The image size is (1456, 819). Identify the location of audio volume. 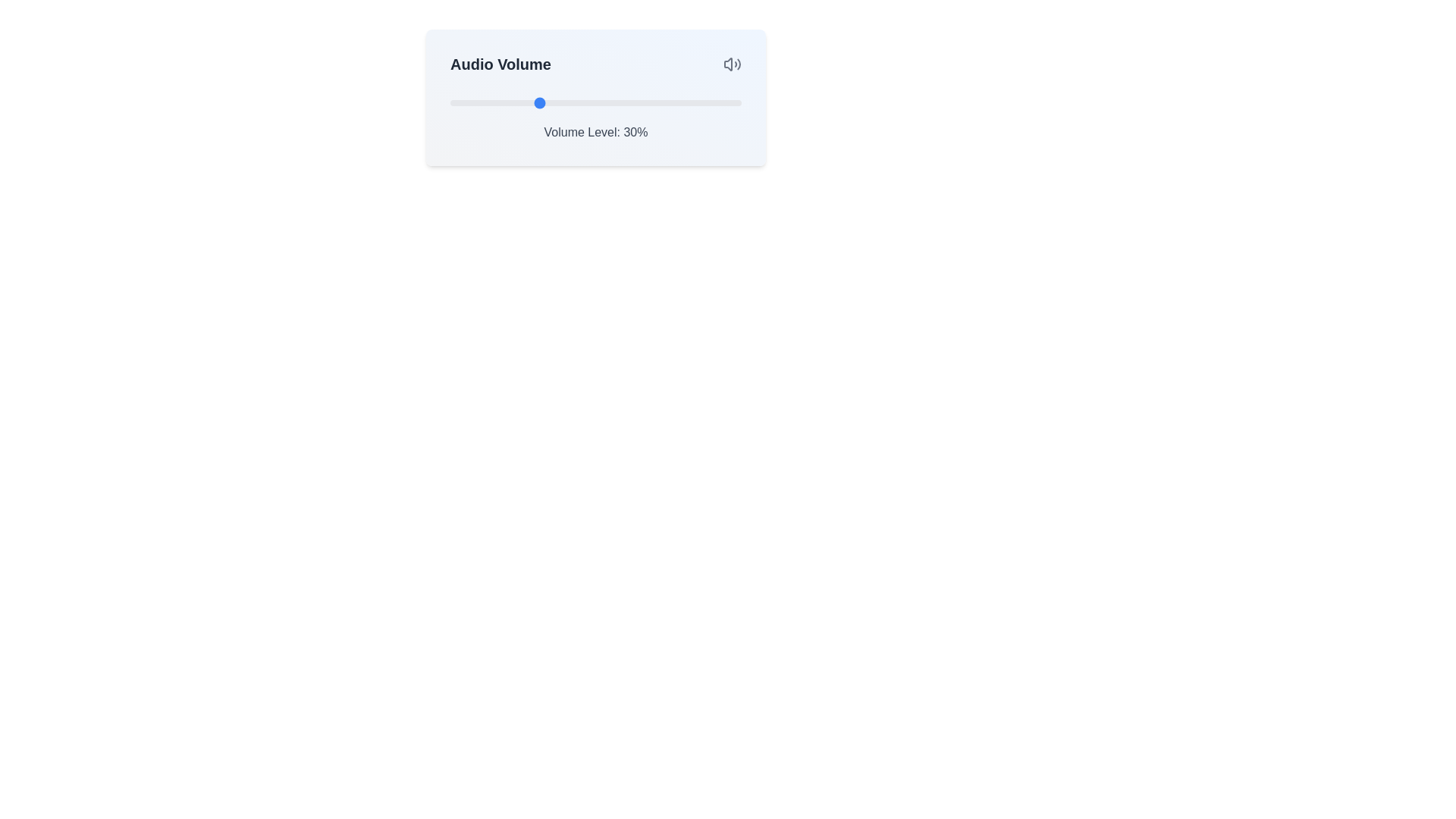
(546, 102).